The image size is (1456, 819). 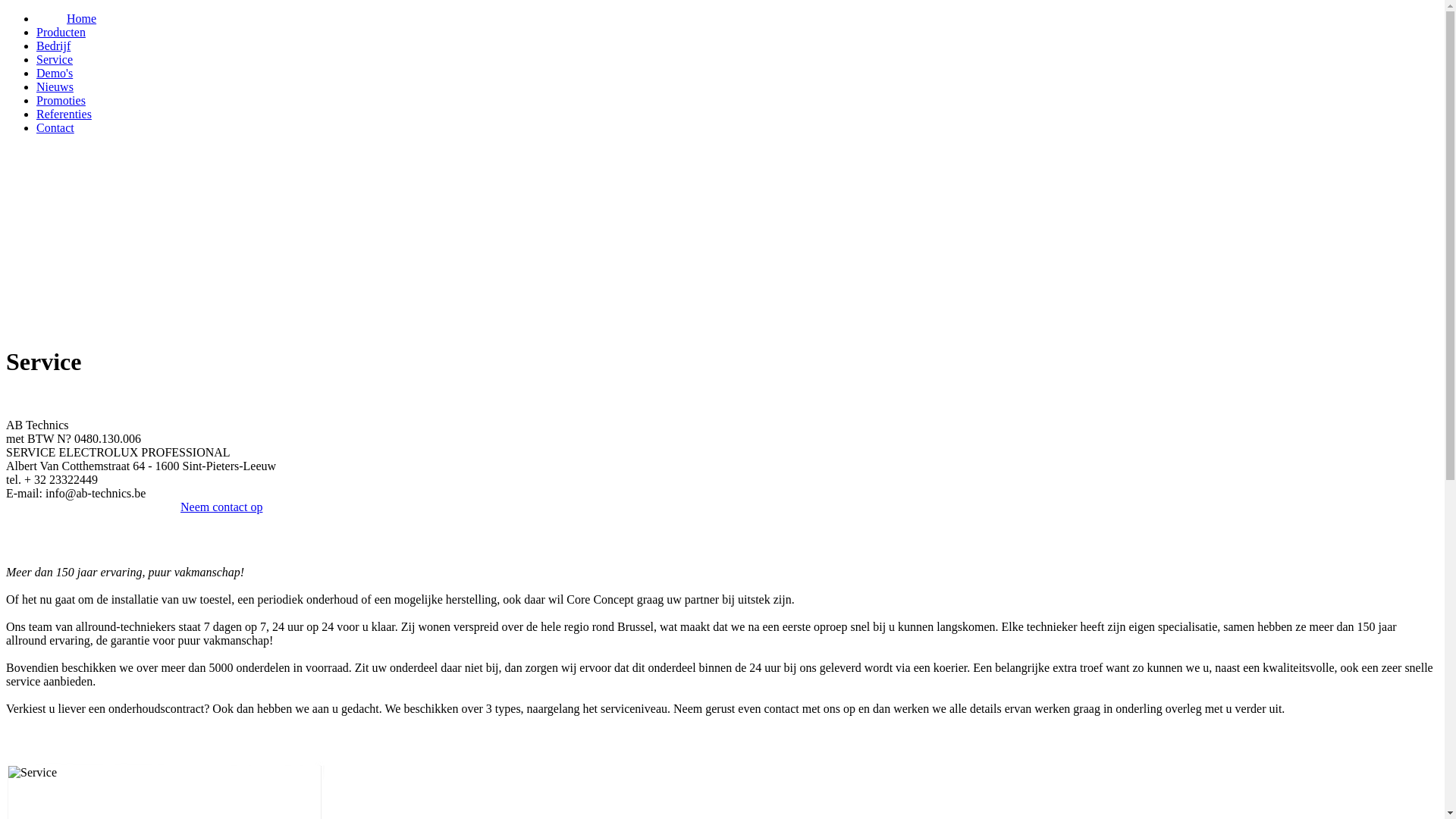 I want to click on 'Producten', so click(x=61, y=32).